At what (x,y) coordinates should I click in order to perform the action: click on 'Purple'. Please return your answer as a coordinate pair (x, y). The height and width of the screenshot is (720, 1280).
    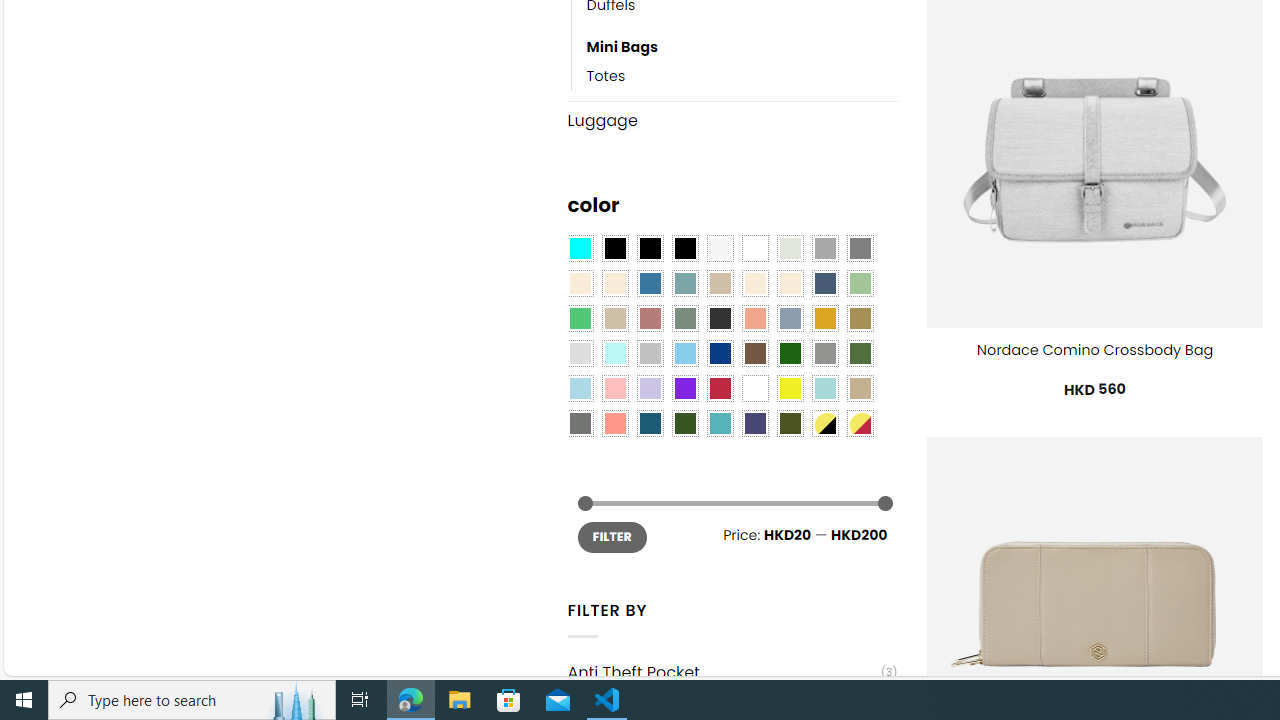
    Looking at the image, I should click on (684, 388).